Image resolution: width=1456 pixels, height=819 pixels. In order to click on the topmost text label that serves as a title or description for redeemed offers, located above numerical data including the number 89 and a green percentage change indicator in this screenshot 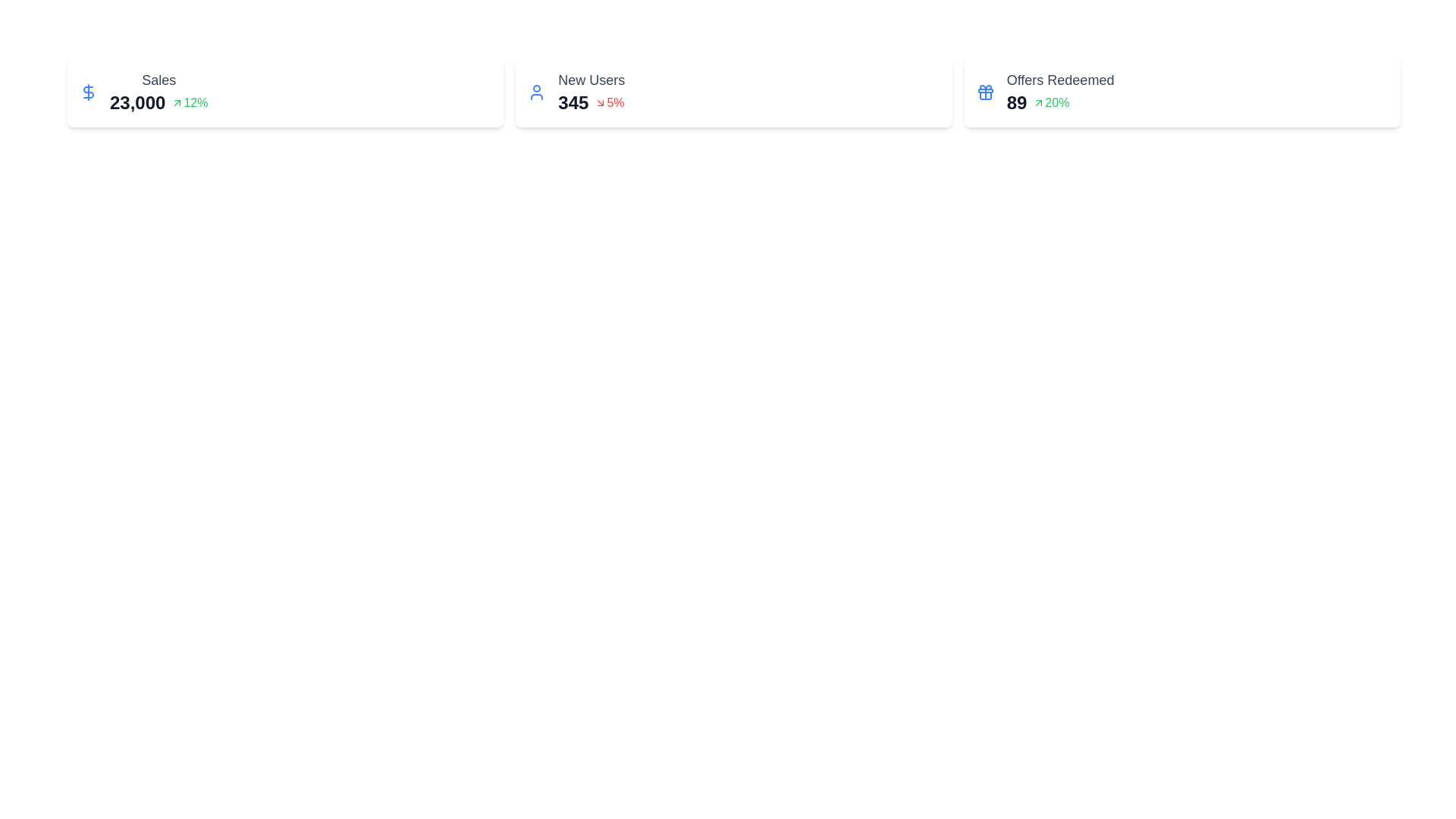, I will do `click(1059, 80)`.